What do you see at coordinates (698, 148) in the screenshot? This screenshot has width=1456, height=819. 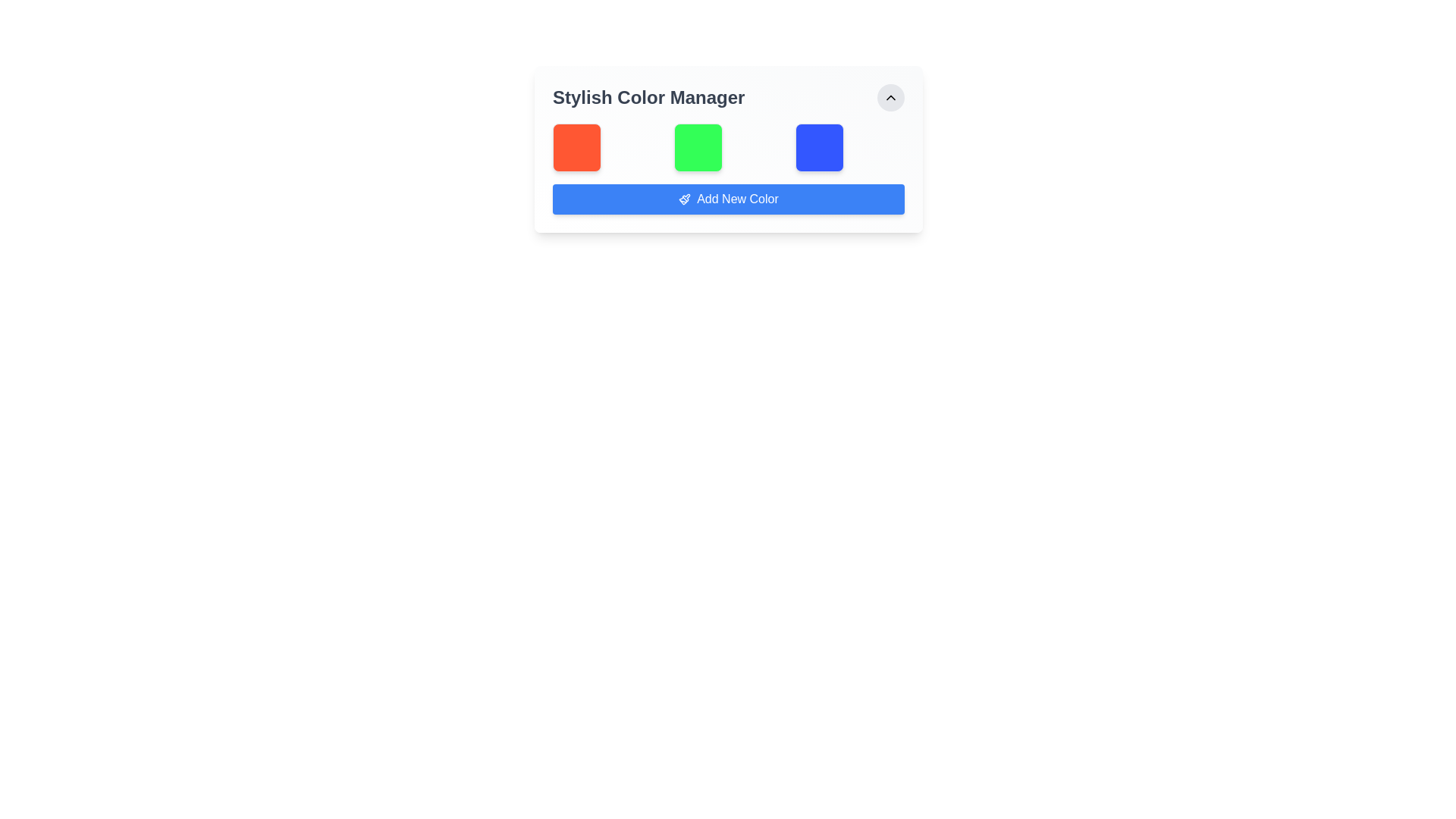 I see `the Colored Box that serves as a visual indicator or selectable option within the color selection interface, located beneath the title 'Stylish Color Manager' and above the 'Add New Color' button` at bounding box center [698, 148].